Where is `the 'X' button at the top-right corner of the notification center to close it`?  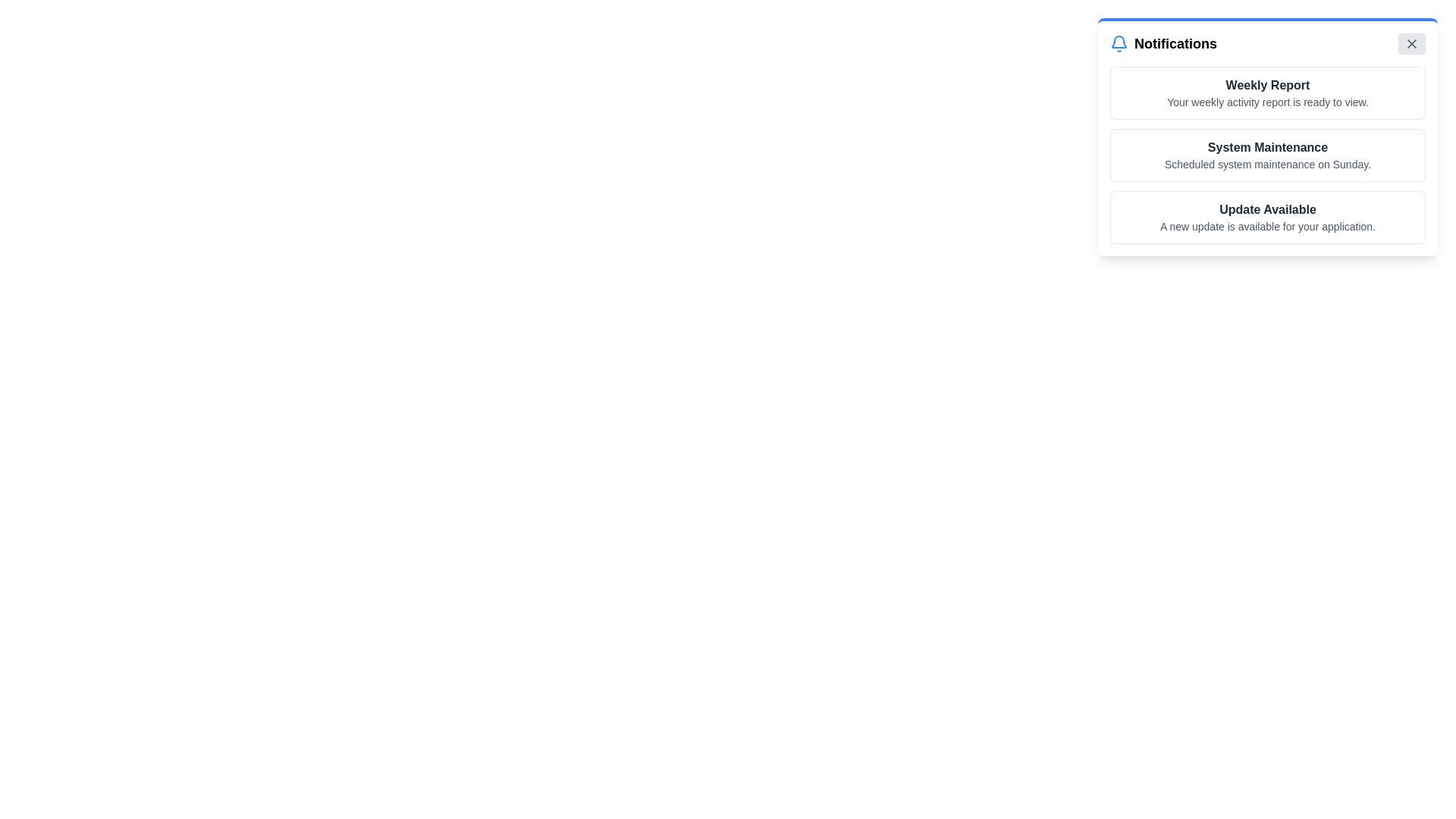
the 'X' button at the top-right corner of the notification center to close it is located at coordinates (1411, 42).